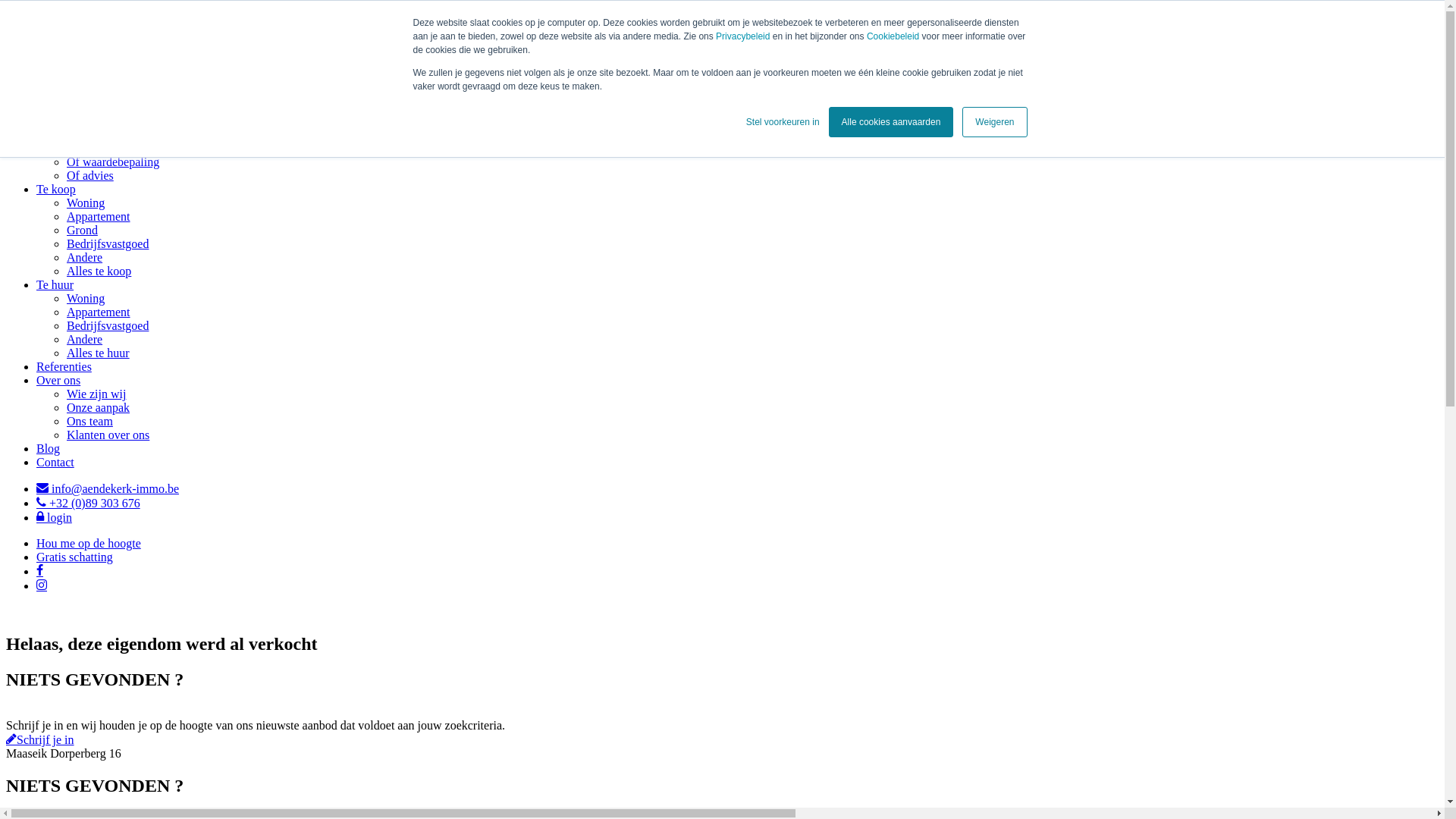 The height and width of the screenshot is (819, 1456). I want to click on 'Hou me op de hoogte', so click(87, 542).